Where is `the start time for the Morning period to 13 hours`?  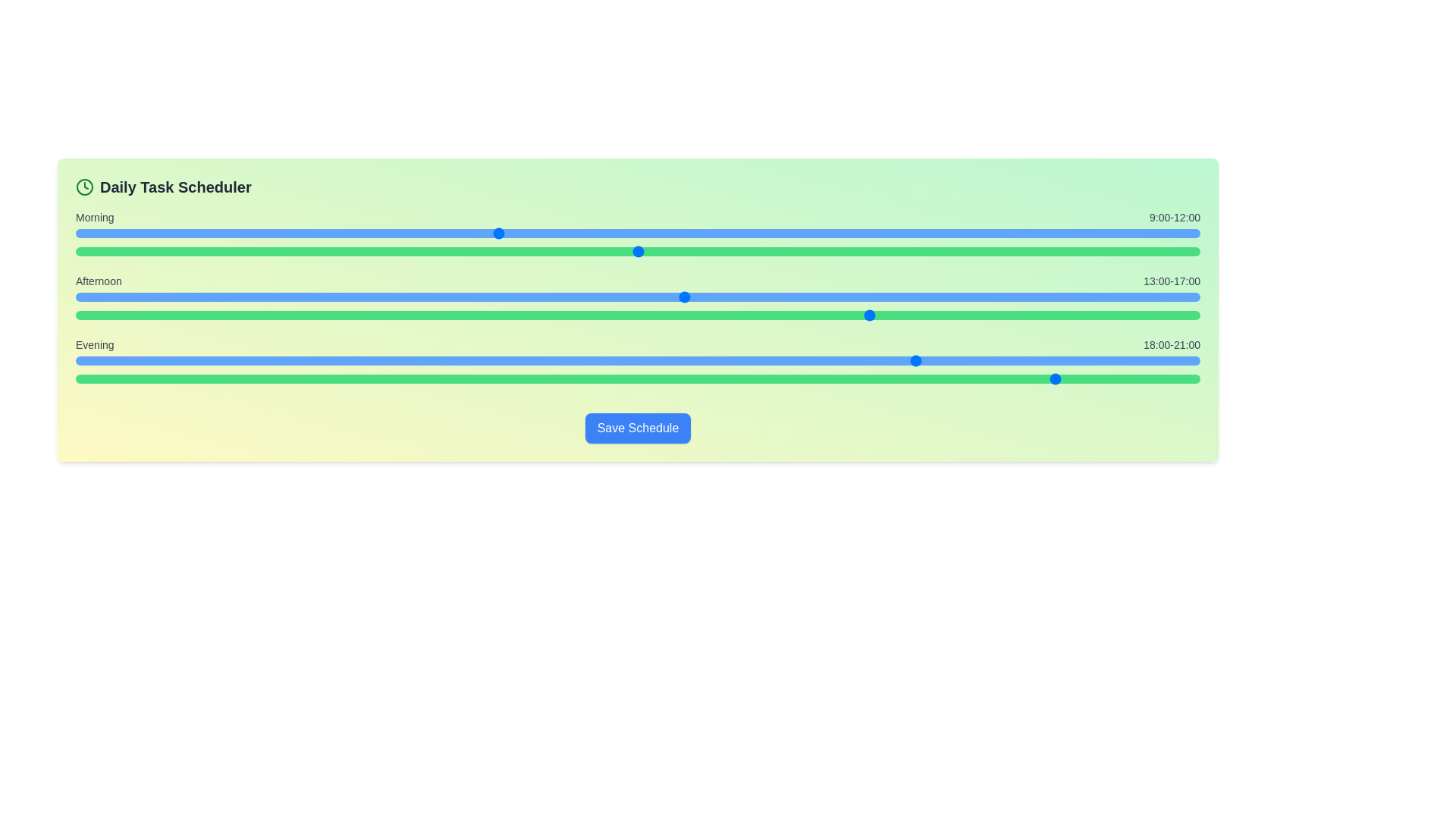 the start time for the Morning period to 13 hours is located at coordinates (684, 234).